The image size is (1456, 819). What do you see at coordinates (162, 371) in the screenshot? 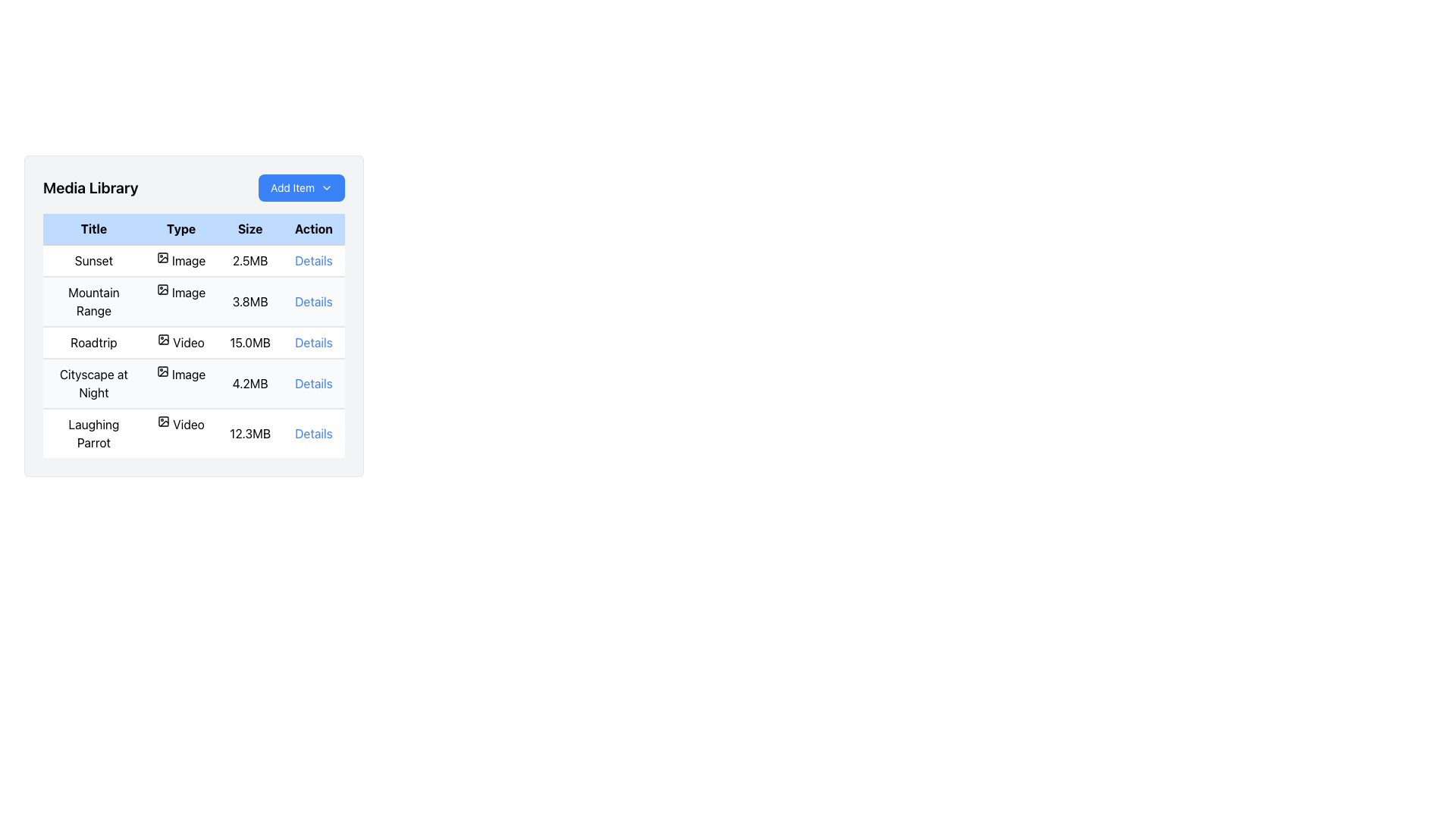
I see `the rounded rectangle SVG icon representing the media type in the second column of the media library table, specifically for the row labeled 'Cityscape at Night'` at bounding box center [162, 371].